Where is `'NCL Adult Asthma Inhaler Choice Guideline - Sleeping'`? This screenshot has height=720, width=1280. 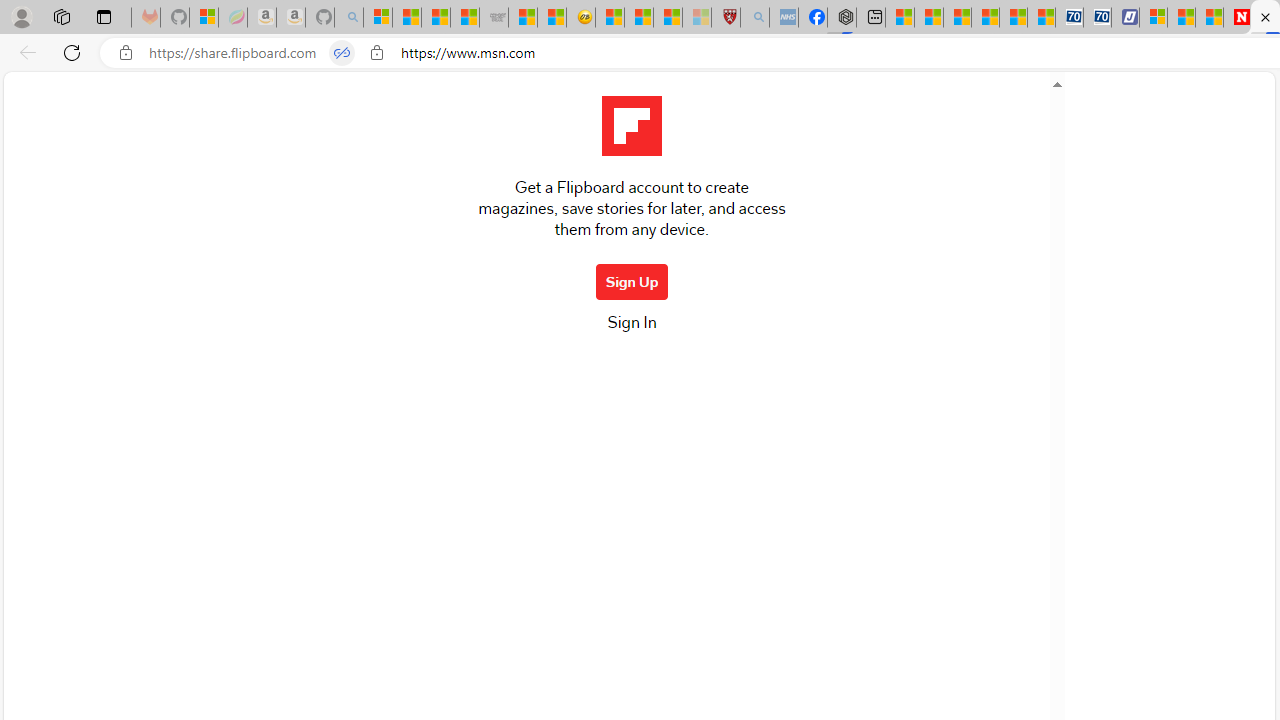 'NCL Adult Asthma Inhaler Choice Guideline - Sleeping' is located at coordinates (783, 17).